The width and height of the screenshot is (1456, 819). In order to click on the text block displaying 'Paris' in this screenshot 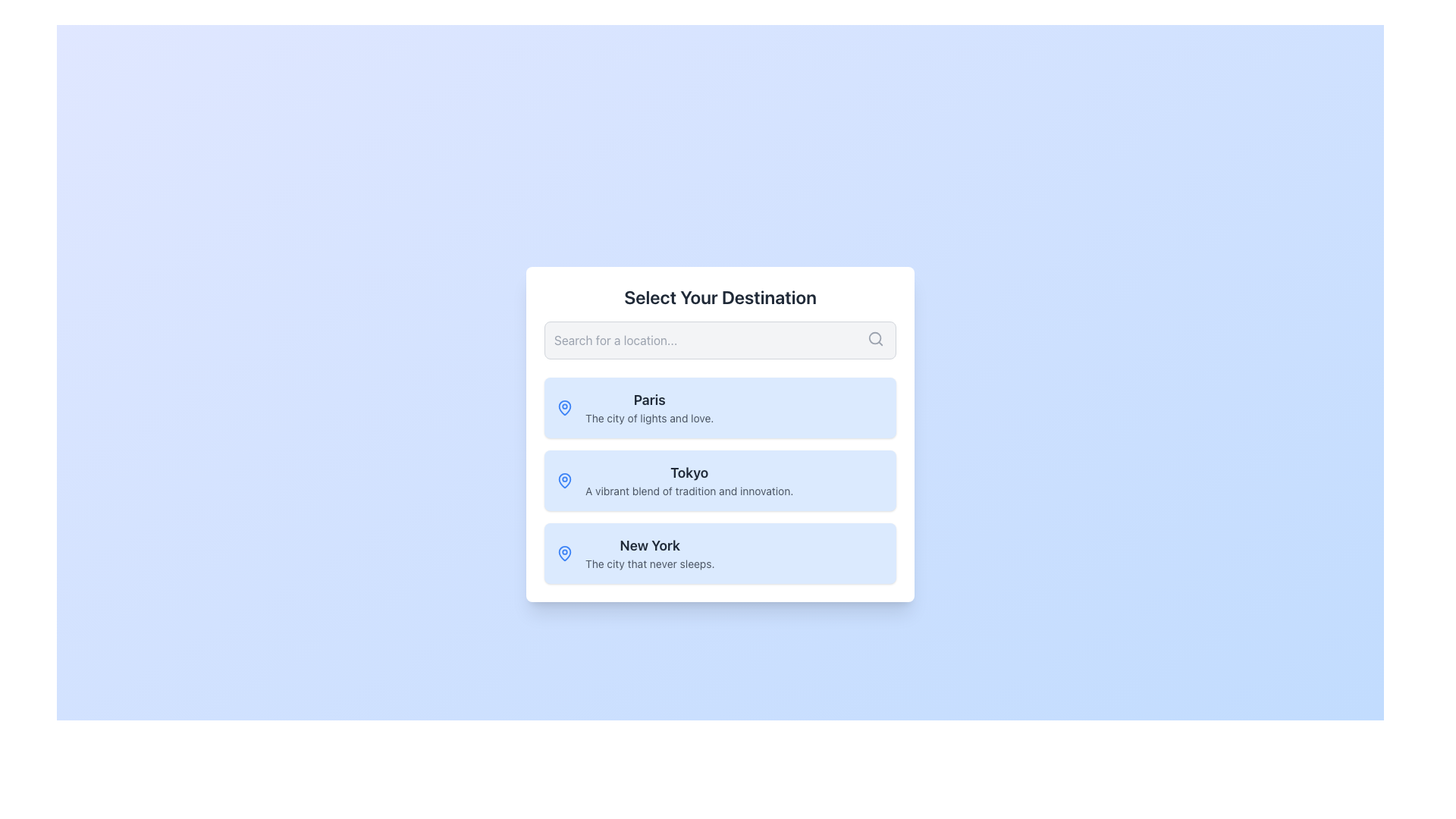, I will do `click(649, 406)`.